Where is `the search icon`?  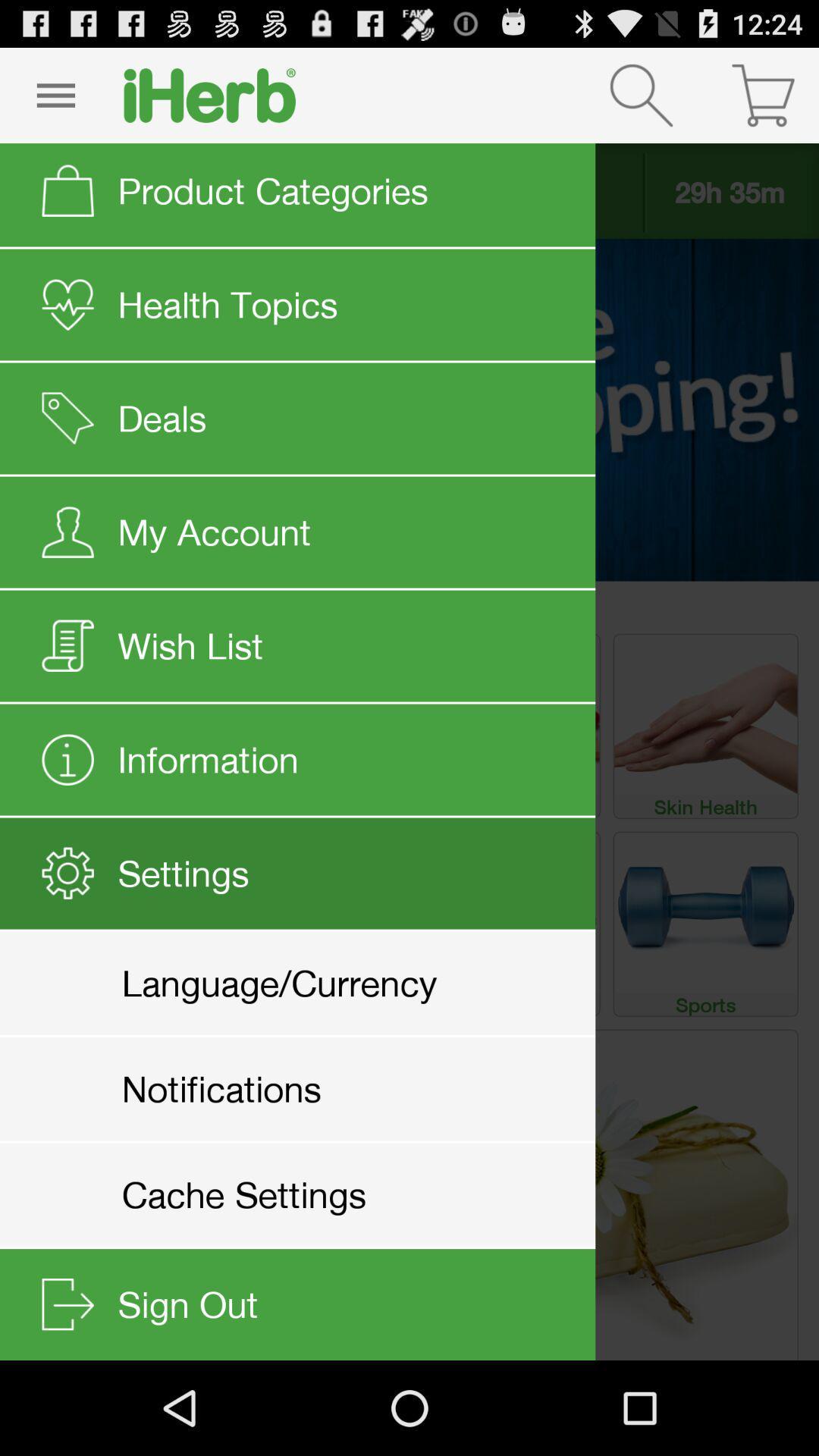 the search icon is located at coordinates (641, 101).